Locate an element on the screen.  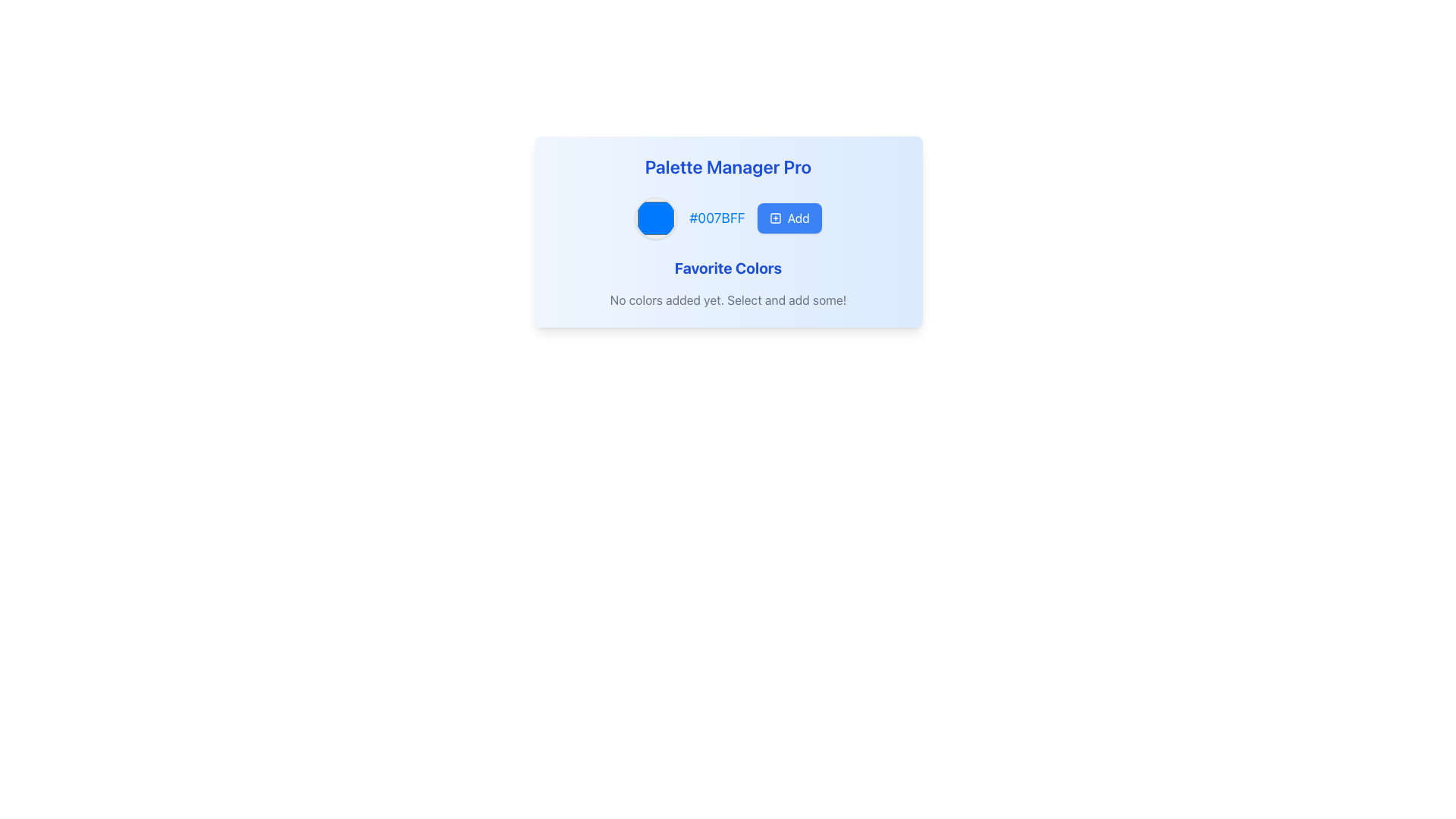
the small blue square icon with a plus sign inside, located to the left of the text 'Add' in the button group at the top-right section of the card layout is located at coordinates (775, 218).